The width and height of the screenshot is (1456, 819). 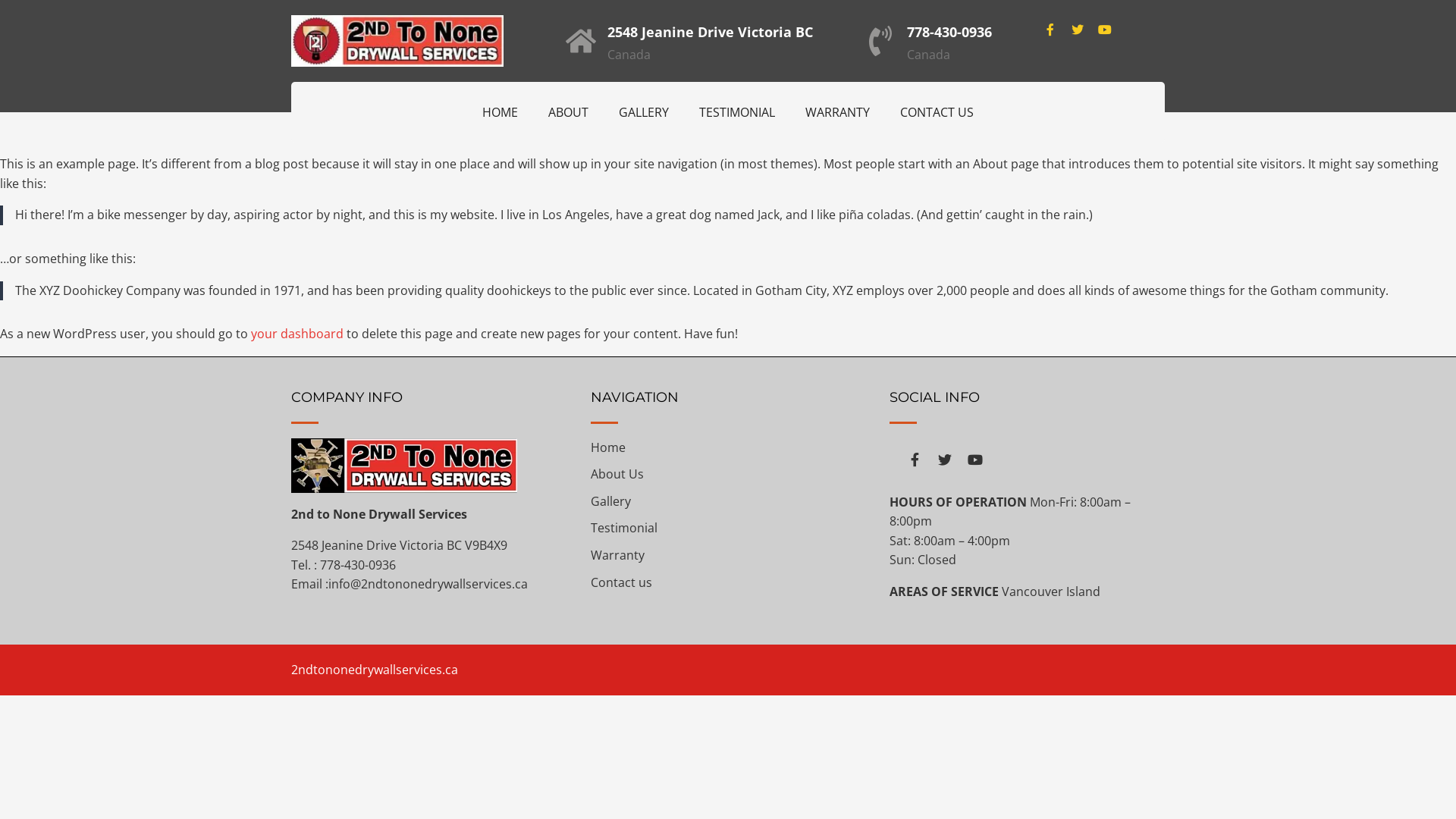 I want to click on 'your dashboard', so click(x=251, y=332).